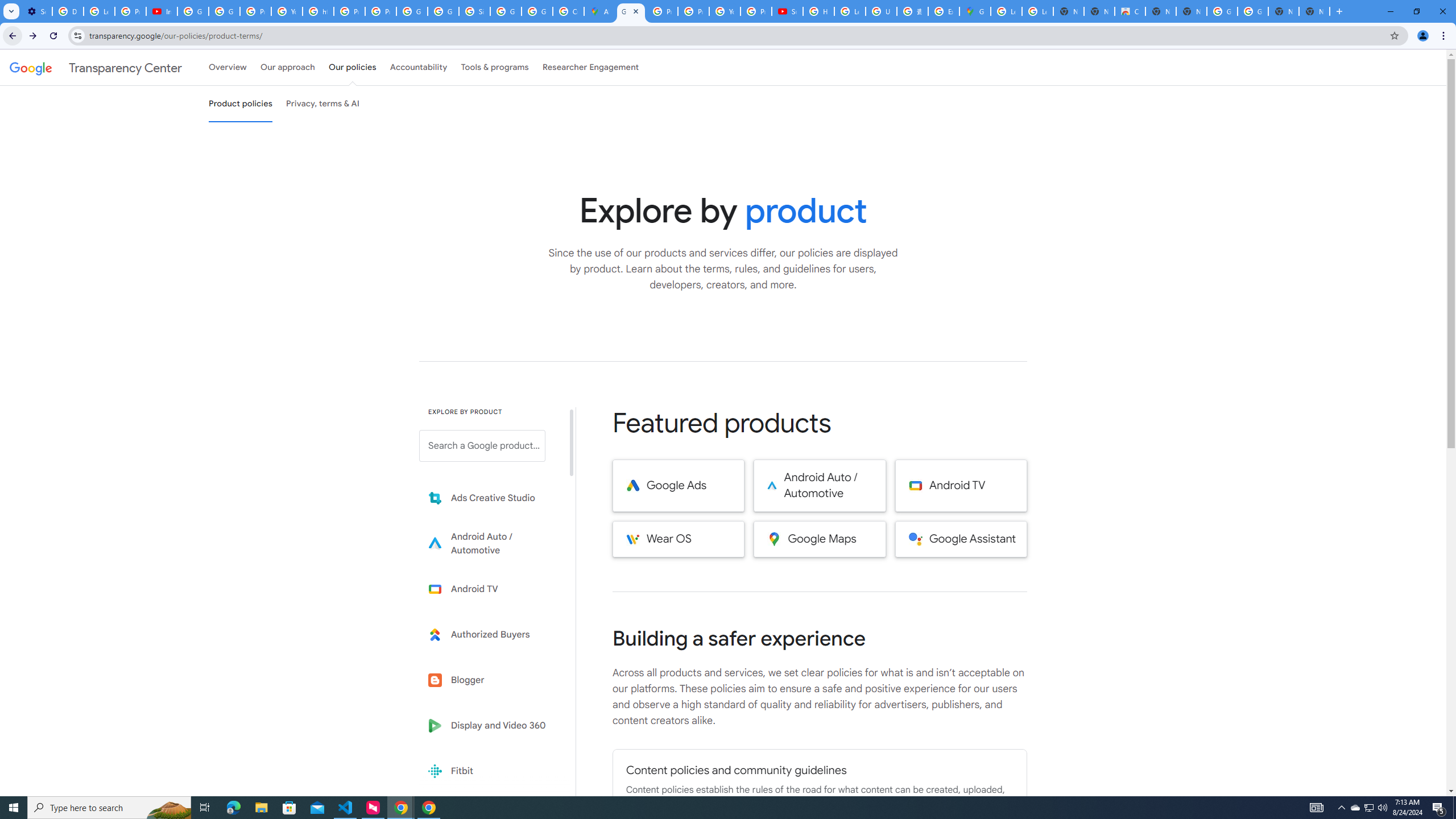  Describe the element at coordinates (1314, 11) in the screenshot. I see `'New Tab'` at that location.